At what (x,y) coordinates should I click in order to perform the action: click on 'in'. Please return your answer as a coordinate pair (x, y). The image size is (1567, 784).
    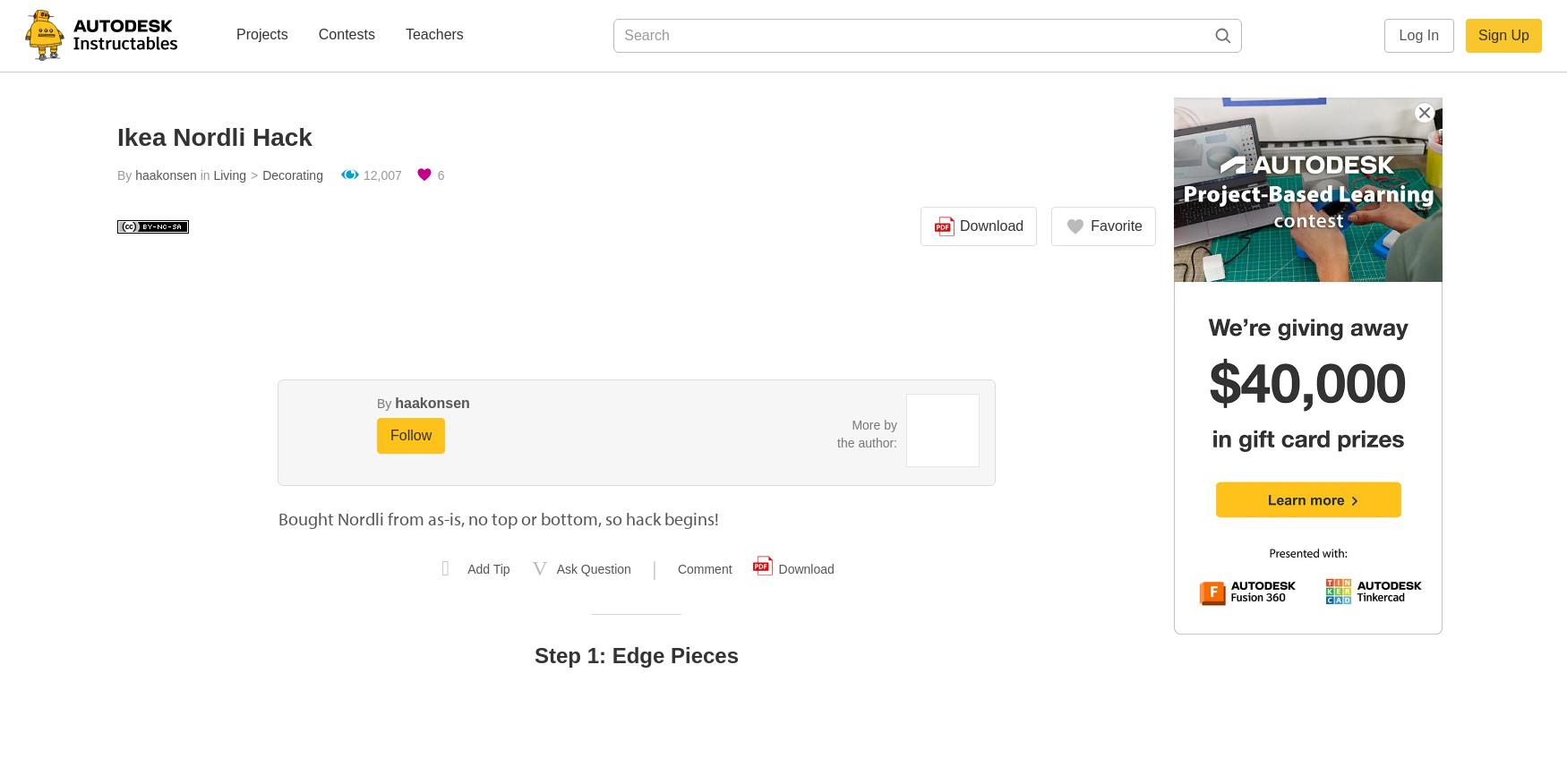
    Looking at the image, I should click on (204, 175).